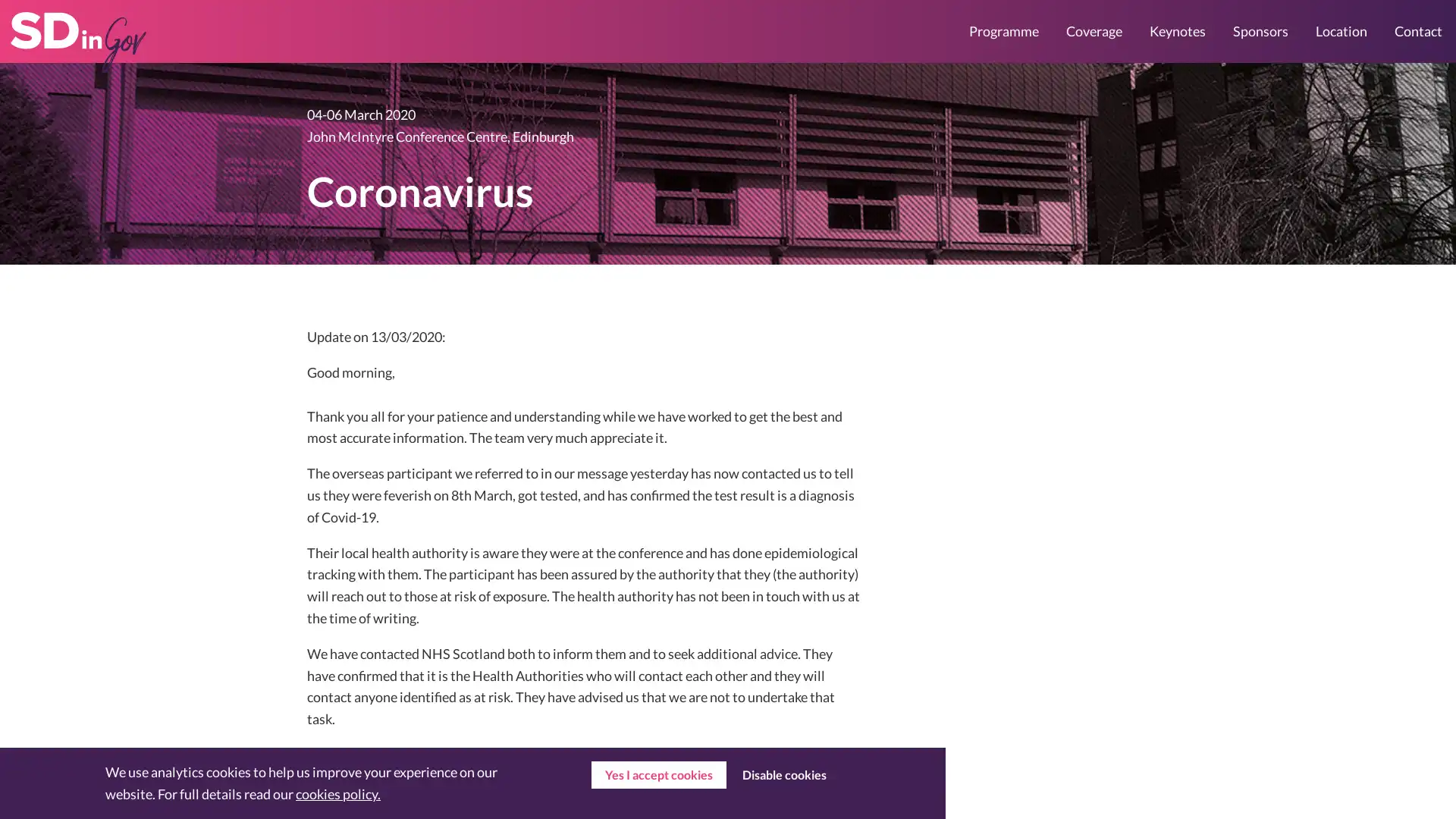  I want to click on Yes I accept cookies, so click(658, 775).